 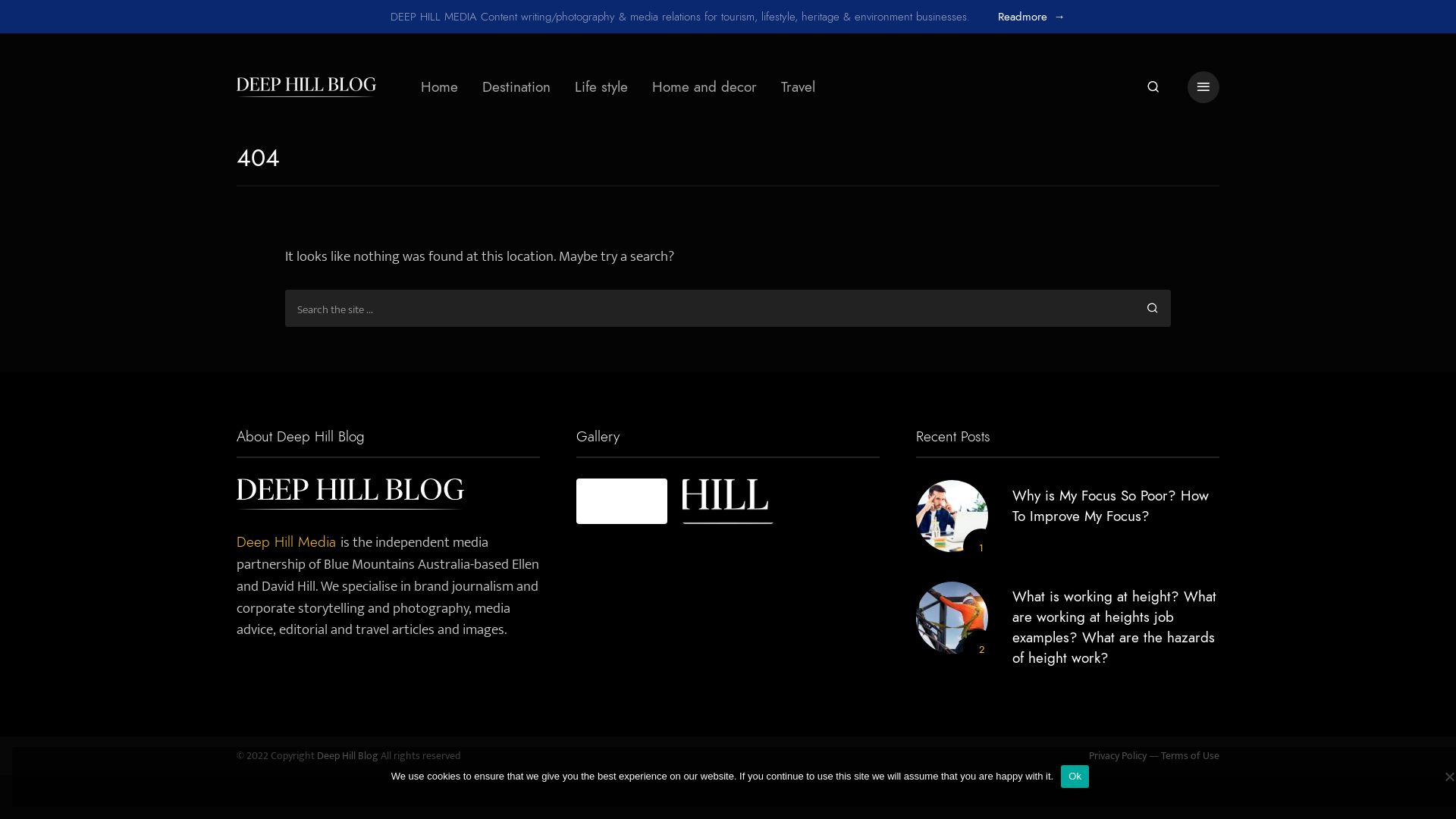 What do you see at coordinates (288, 541) in the screenshot?
I see `'Deep Hill Media'` at bounding box center [288, 541].